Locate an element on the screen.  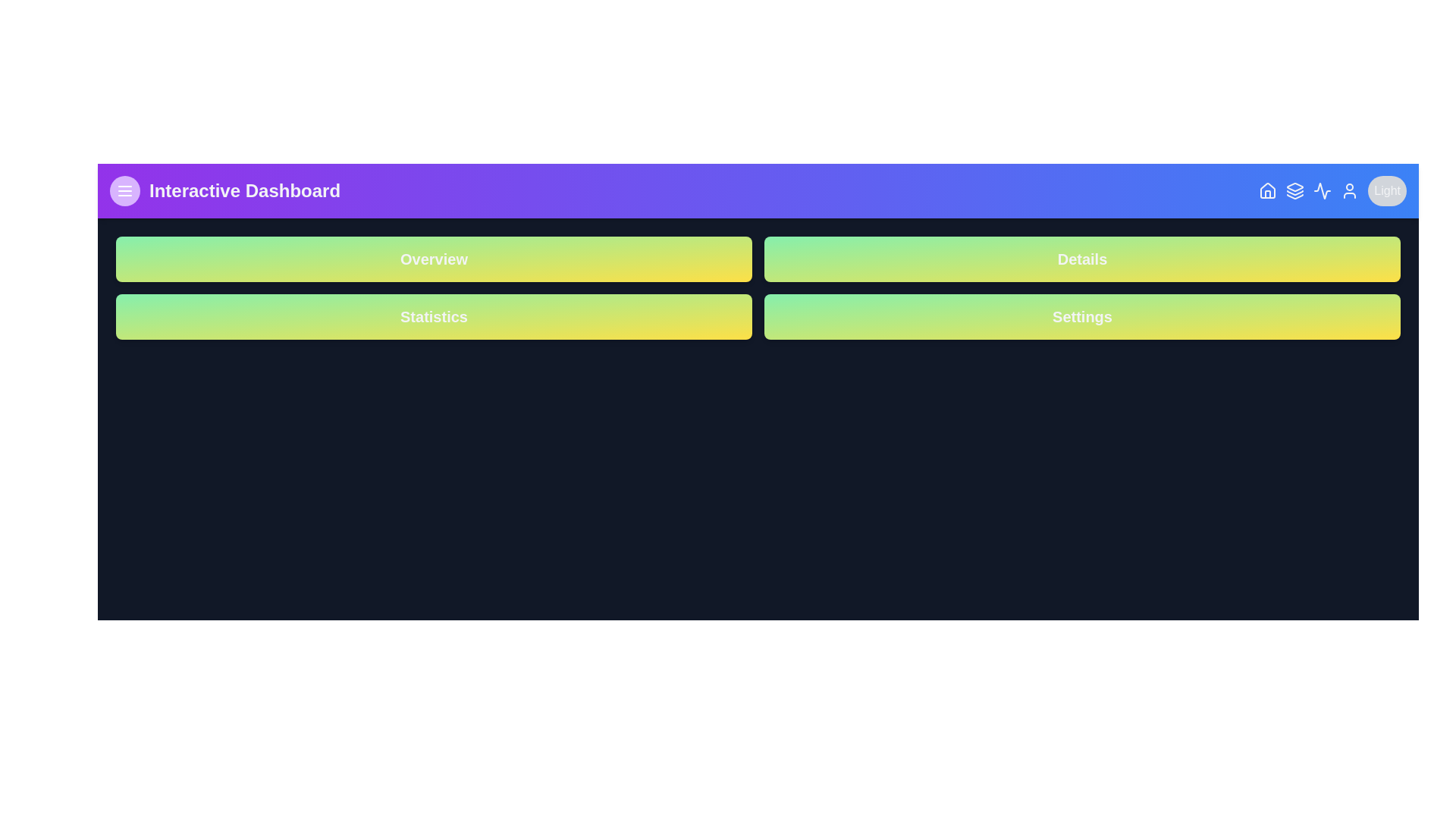
'Light'/'Dark' button to toggle the dark mode is located at coordinates (1386, 190).